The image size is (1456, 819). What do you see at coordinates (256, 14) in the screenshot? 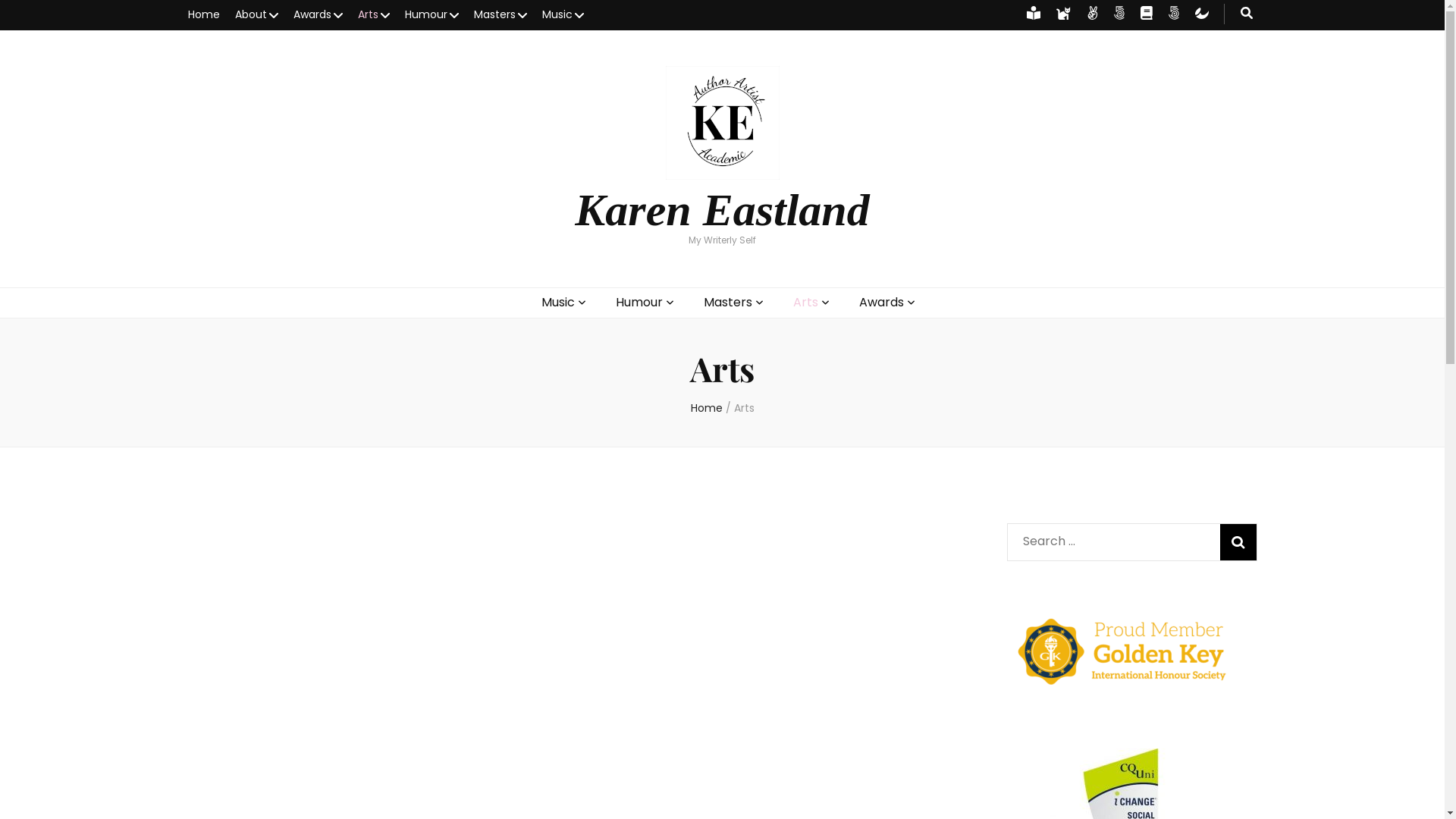
I see `'About'` at bounding box center [256, 14].